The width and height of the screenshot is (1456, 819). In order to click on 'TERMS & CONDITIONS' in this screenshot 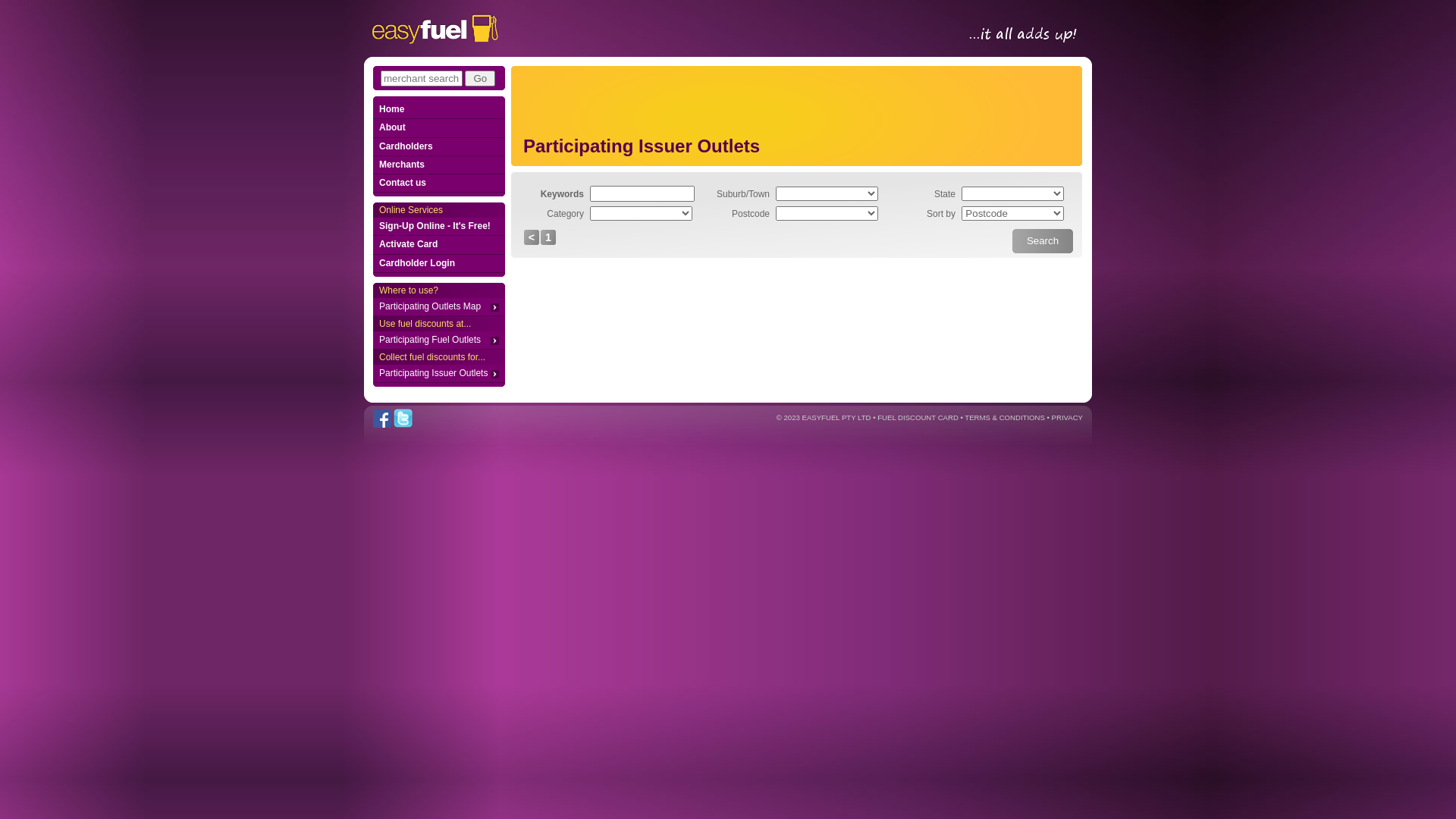, I will do `click(1004, 417)`.